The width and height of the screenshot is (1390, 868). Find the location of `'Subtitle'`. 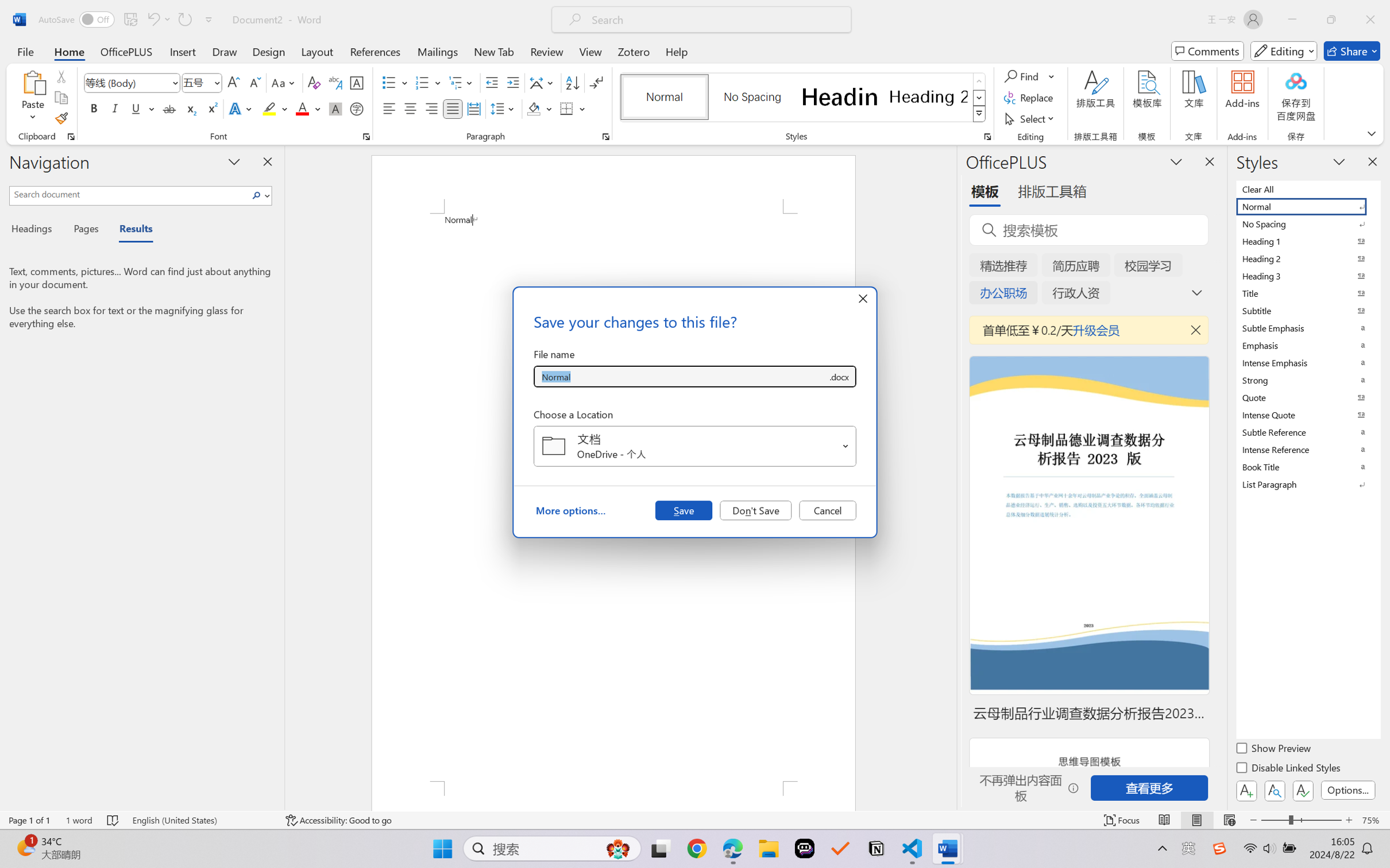

'Subtitle' is located at coordinates (1307, 310).